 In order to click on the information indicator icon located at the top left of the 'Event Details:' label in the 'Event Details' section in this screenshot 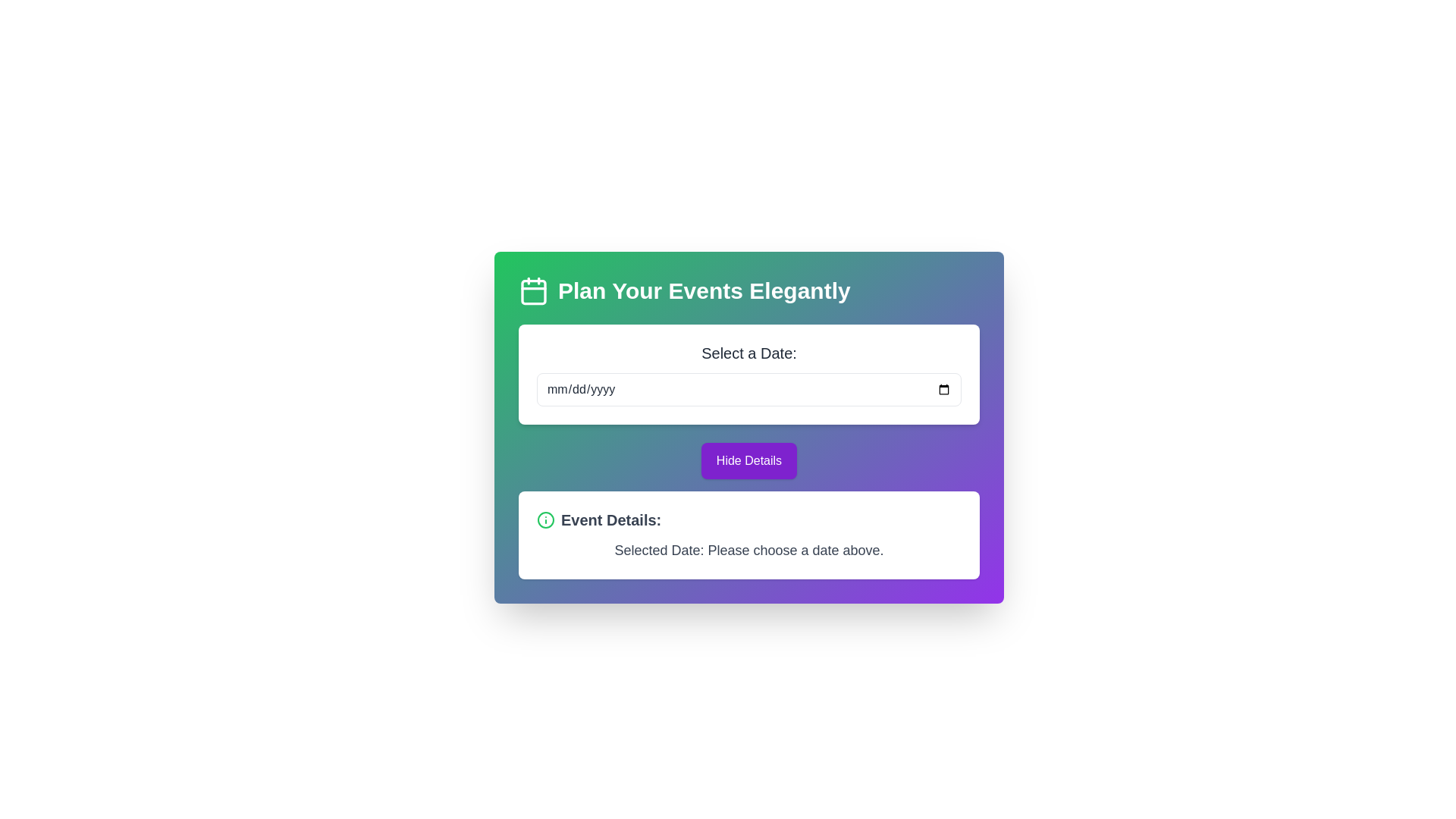, I will do `click(546, 519)`.